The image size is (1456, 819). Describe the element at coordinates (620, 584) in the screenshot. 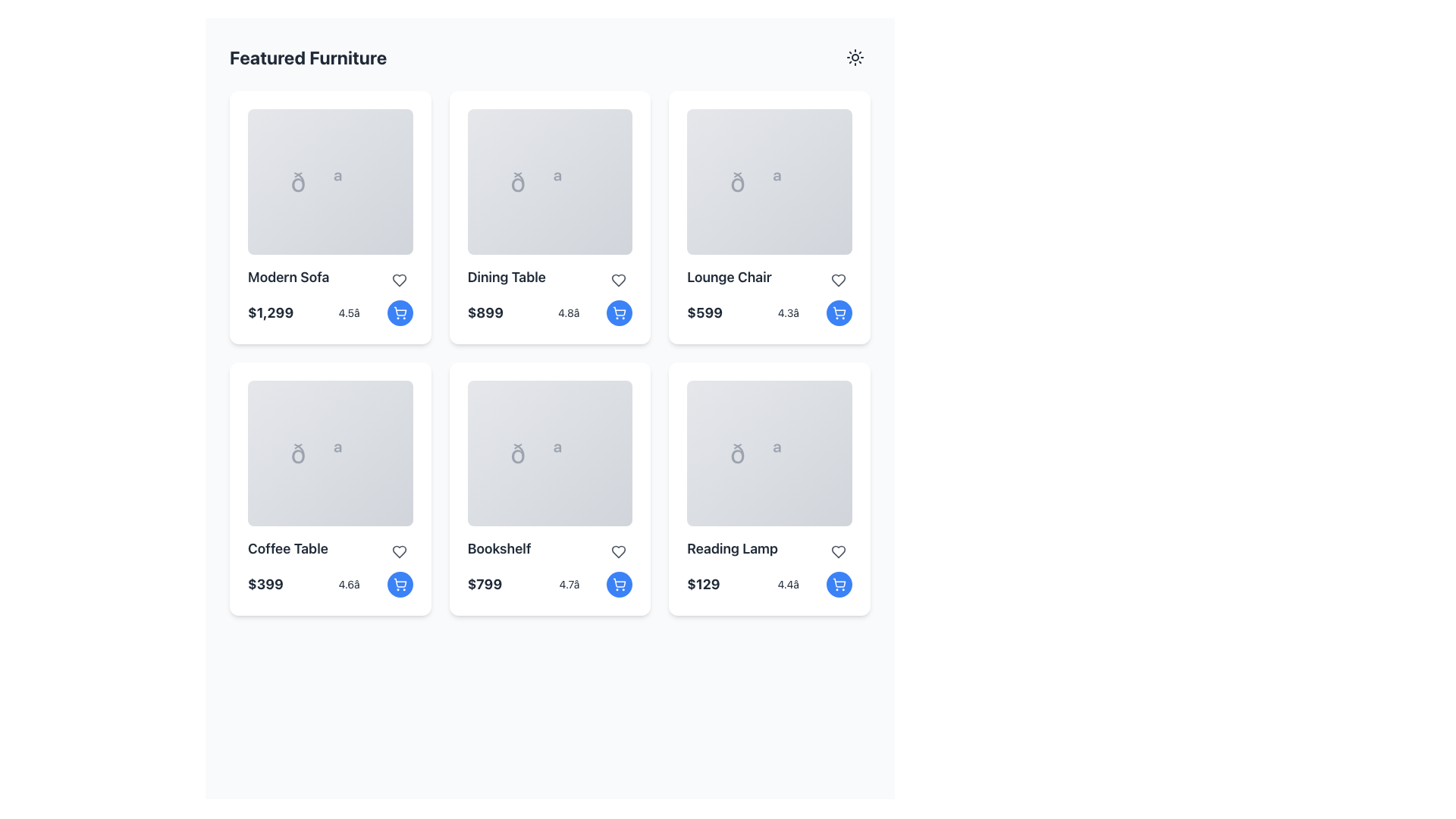

I see `the shopping cart icon button with a white outline on a blue circular background located in the bottom right corner of the 'Bookshelf' card in the 'Featured Furniture' grid` at that location.